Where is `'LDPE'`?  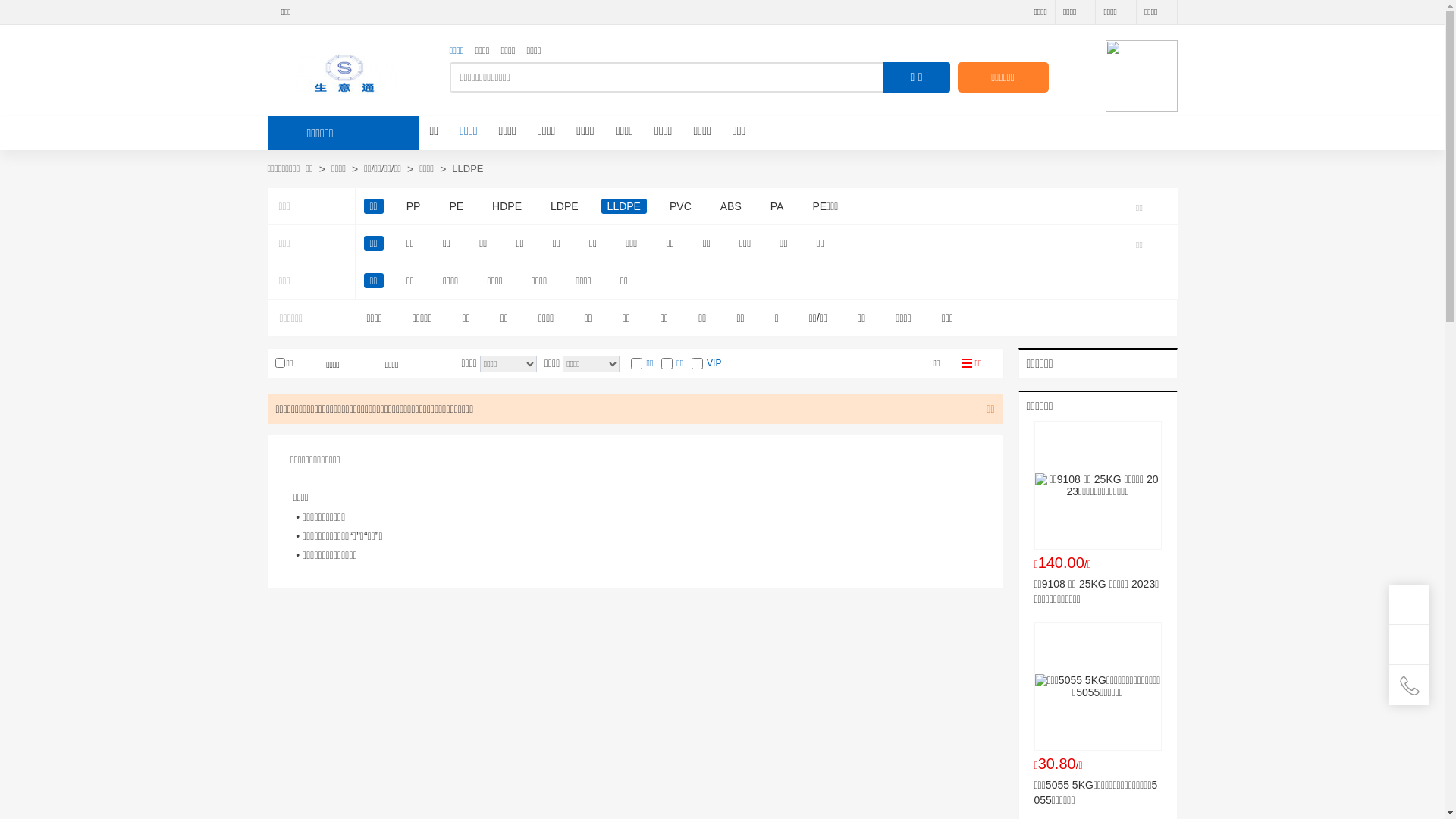 'LDPE' is located at coordinates (563, 206).